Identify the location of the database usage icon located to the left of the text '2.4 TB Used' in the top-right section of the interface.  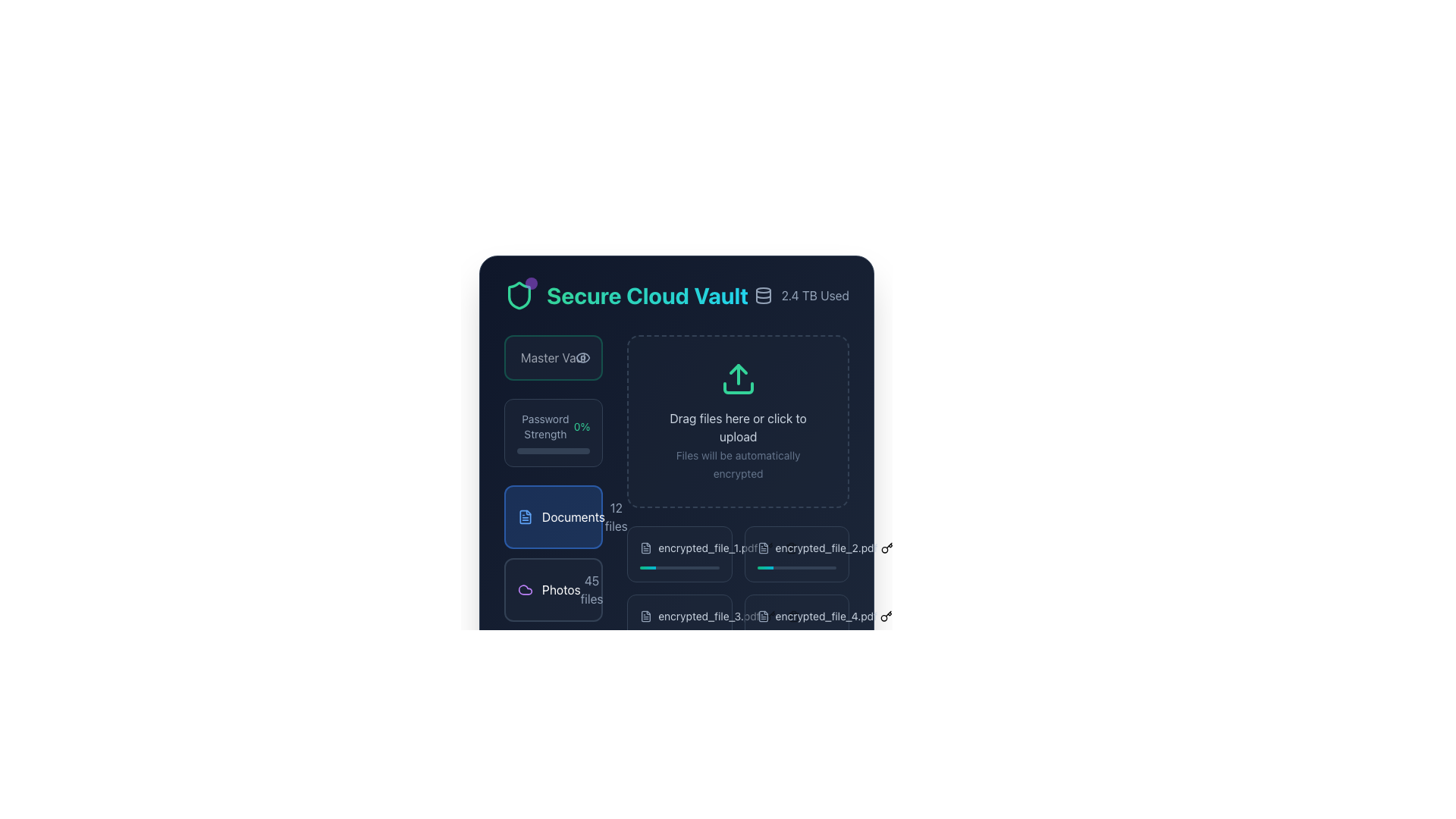
(763, 295).